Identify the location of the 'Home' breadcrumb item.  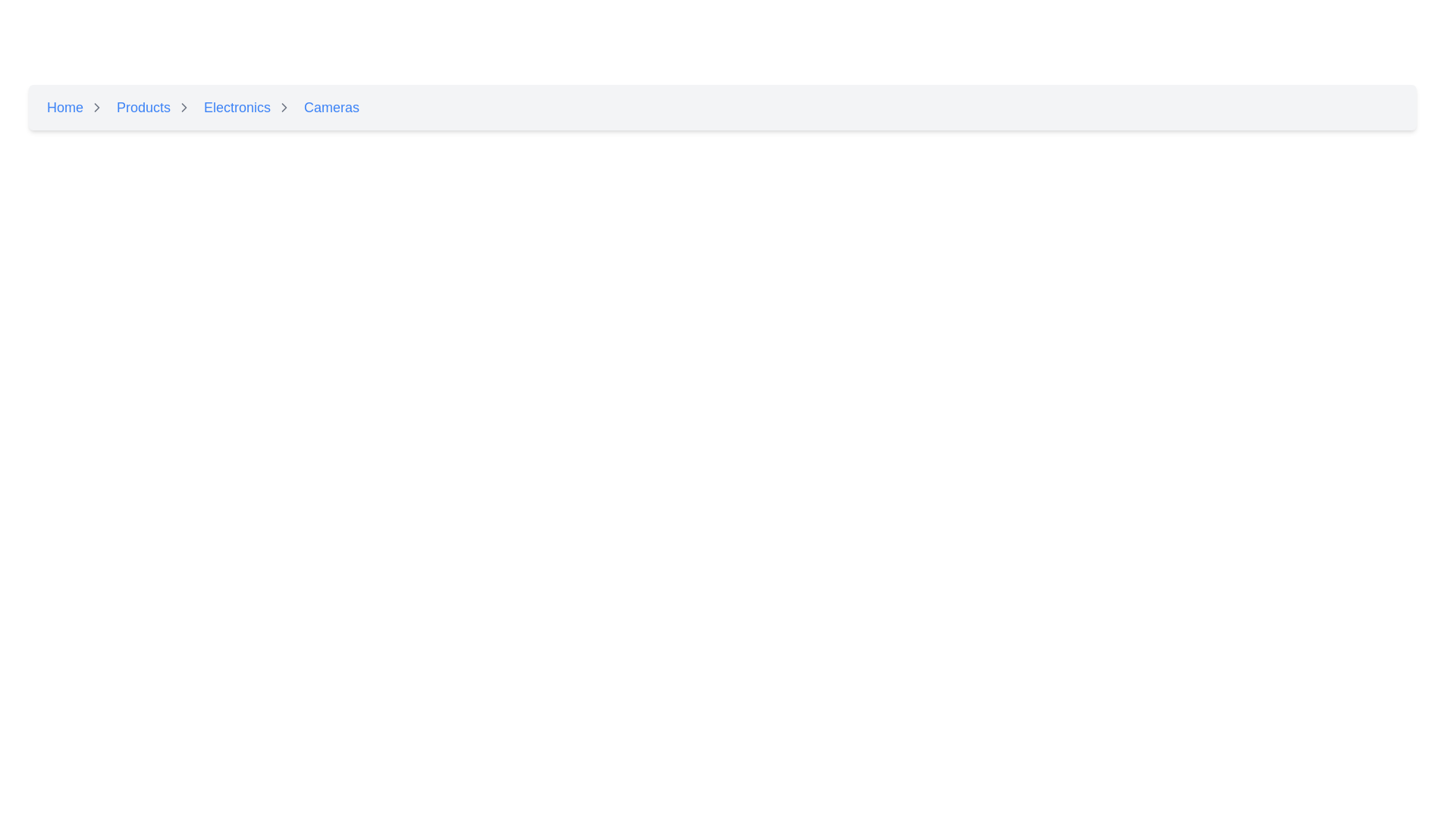
(78, 107).